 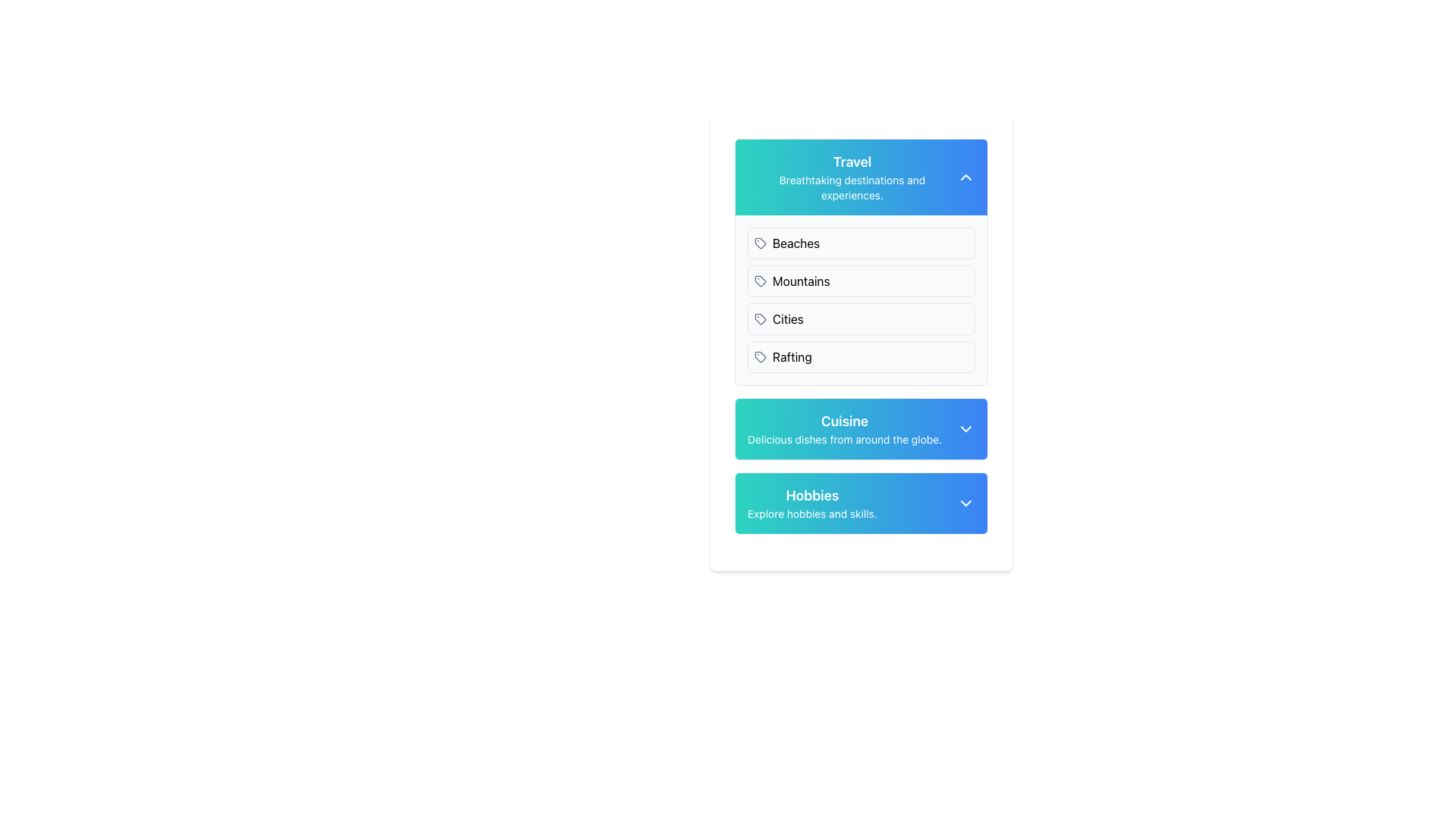 What do you see at coordinates (861, 429) in the screenshot?
I see `the Collapsible section header for 'Cuisine'` at bounding box center [861, 429].